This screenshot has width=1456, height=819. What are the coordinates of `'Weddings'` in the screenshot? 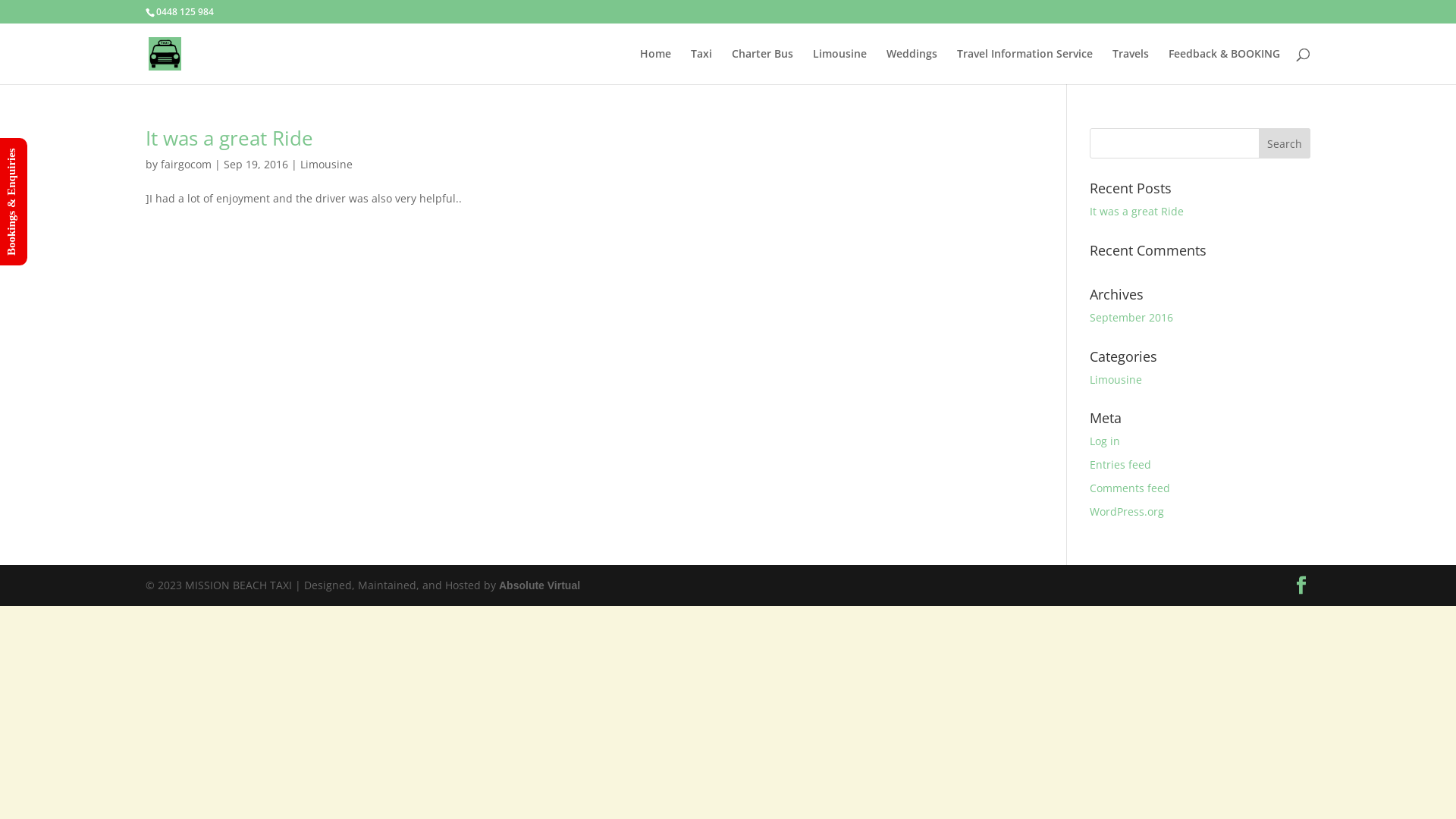 It's located at (886, 65).